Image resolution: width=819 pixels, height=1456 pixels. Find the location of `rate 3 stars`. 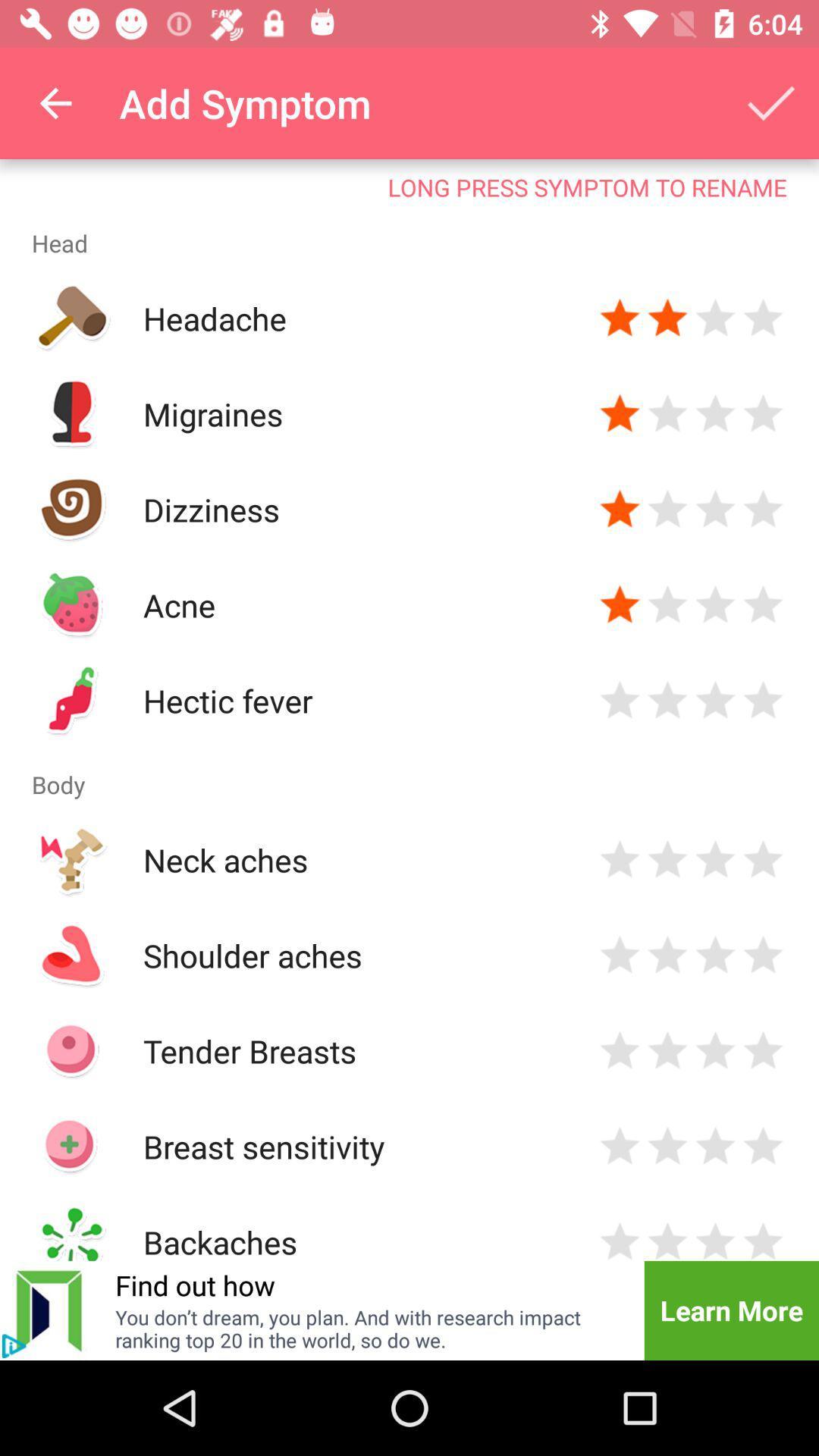

rate 3 stars is located at coordinates (715, 1147).